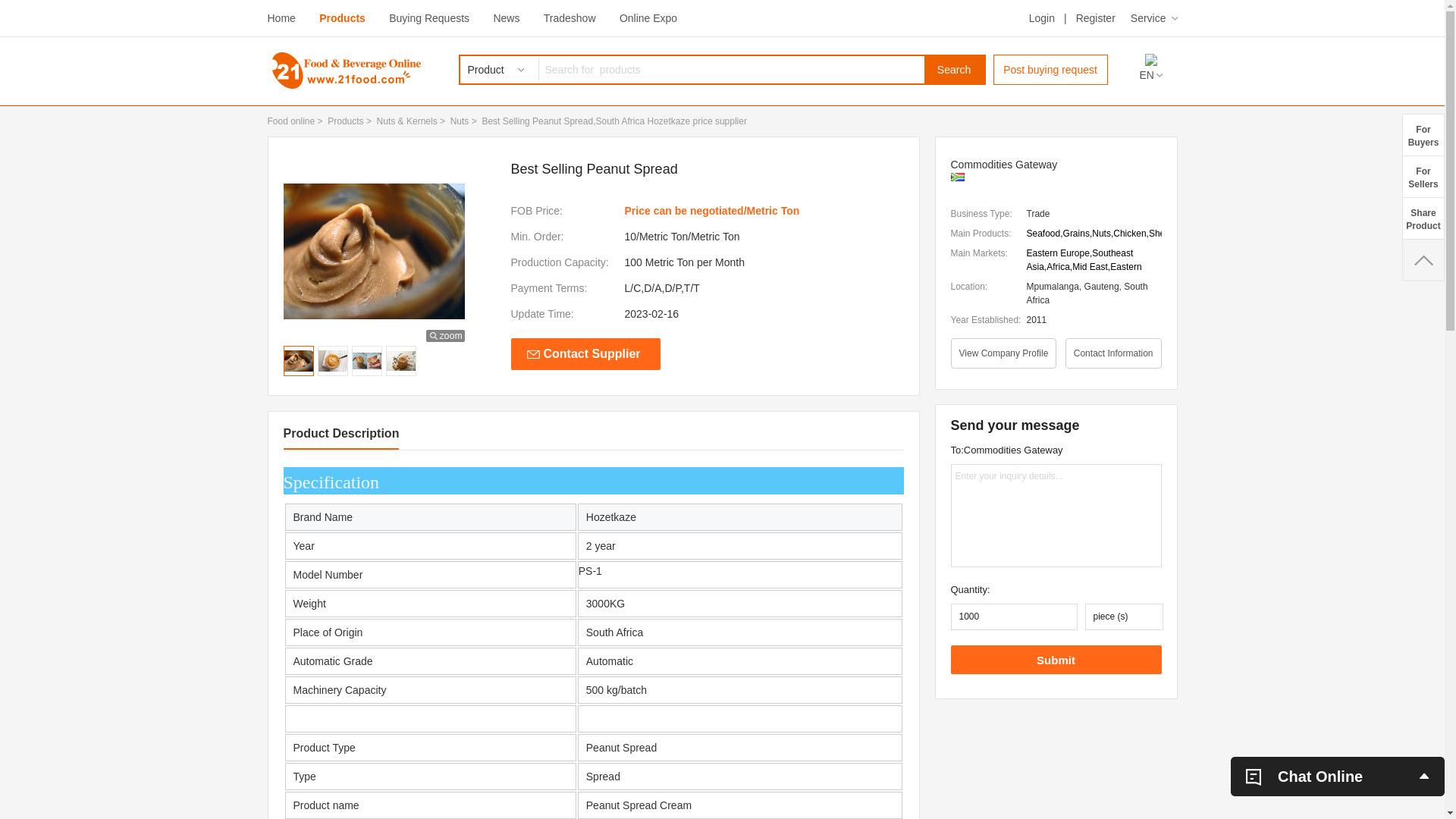  Describe the element at coordinates (341, 17) in the screenshot. I see `'Products'` at that location.